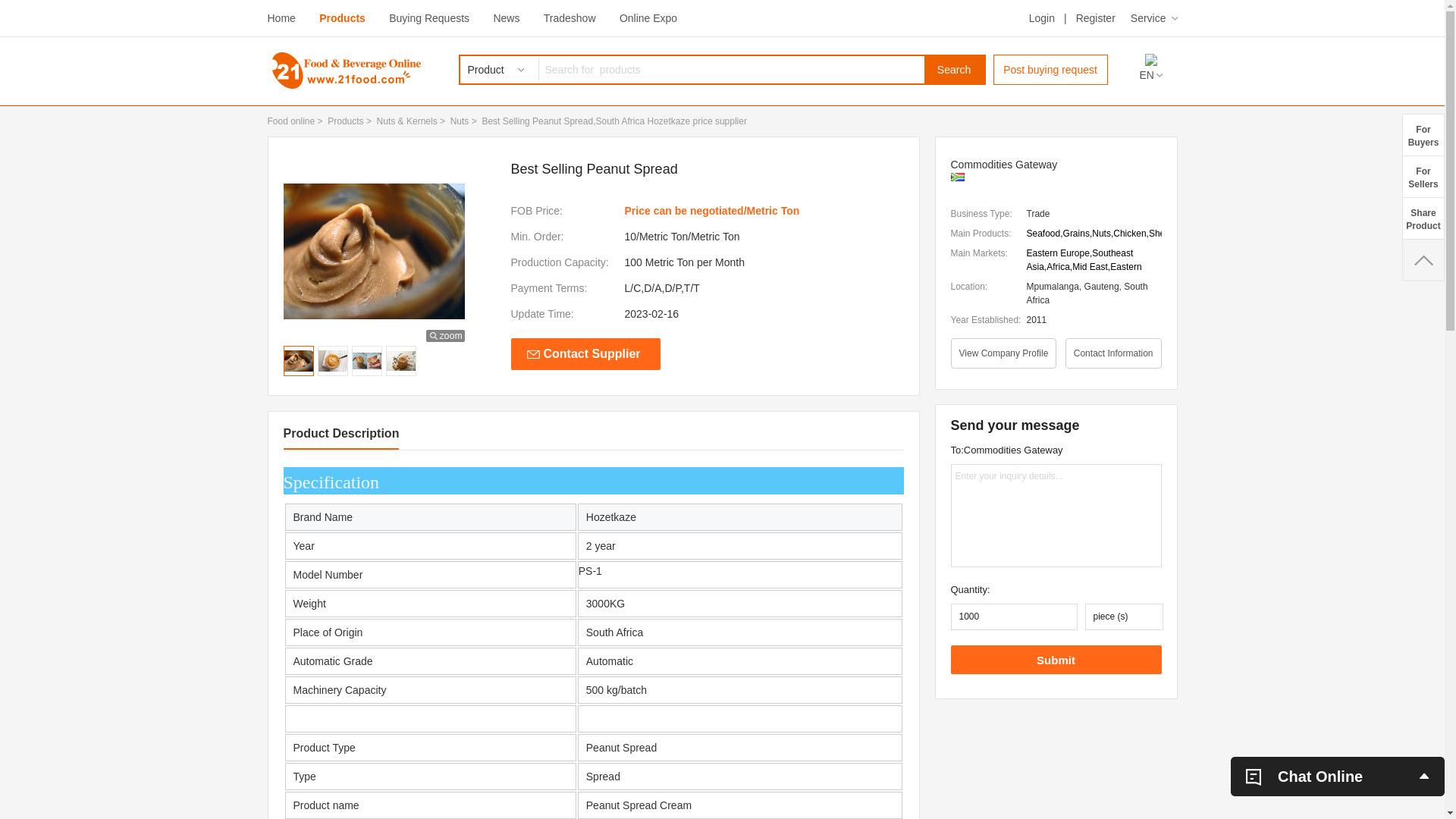  Describe the element at coordinates (341, 17) in the screenshot. I see `'Products'` at that location.